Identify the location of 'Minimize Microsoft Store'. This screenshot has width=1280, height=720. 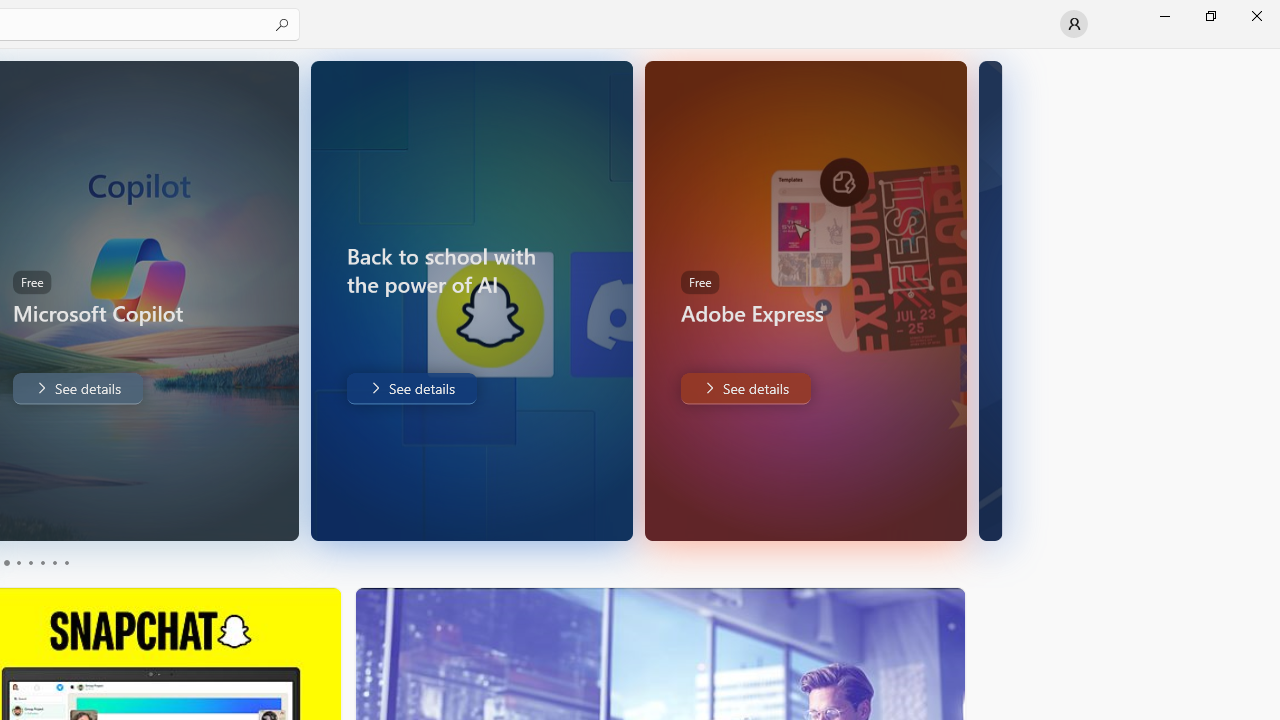
(1164, 15).